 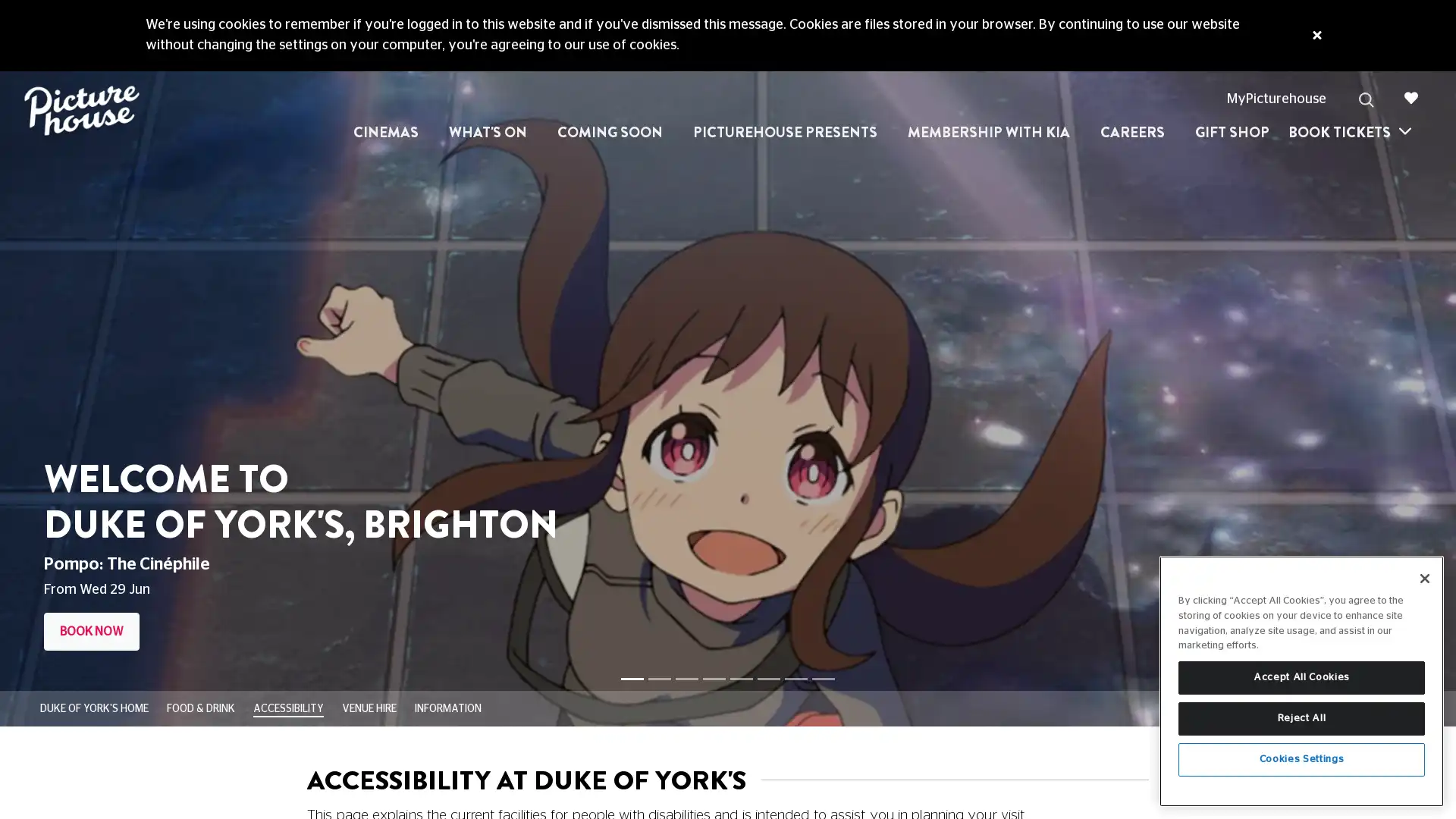 I want to click on Close, so click(x=1423, y=579).